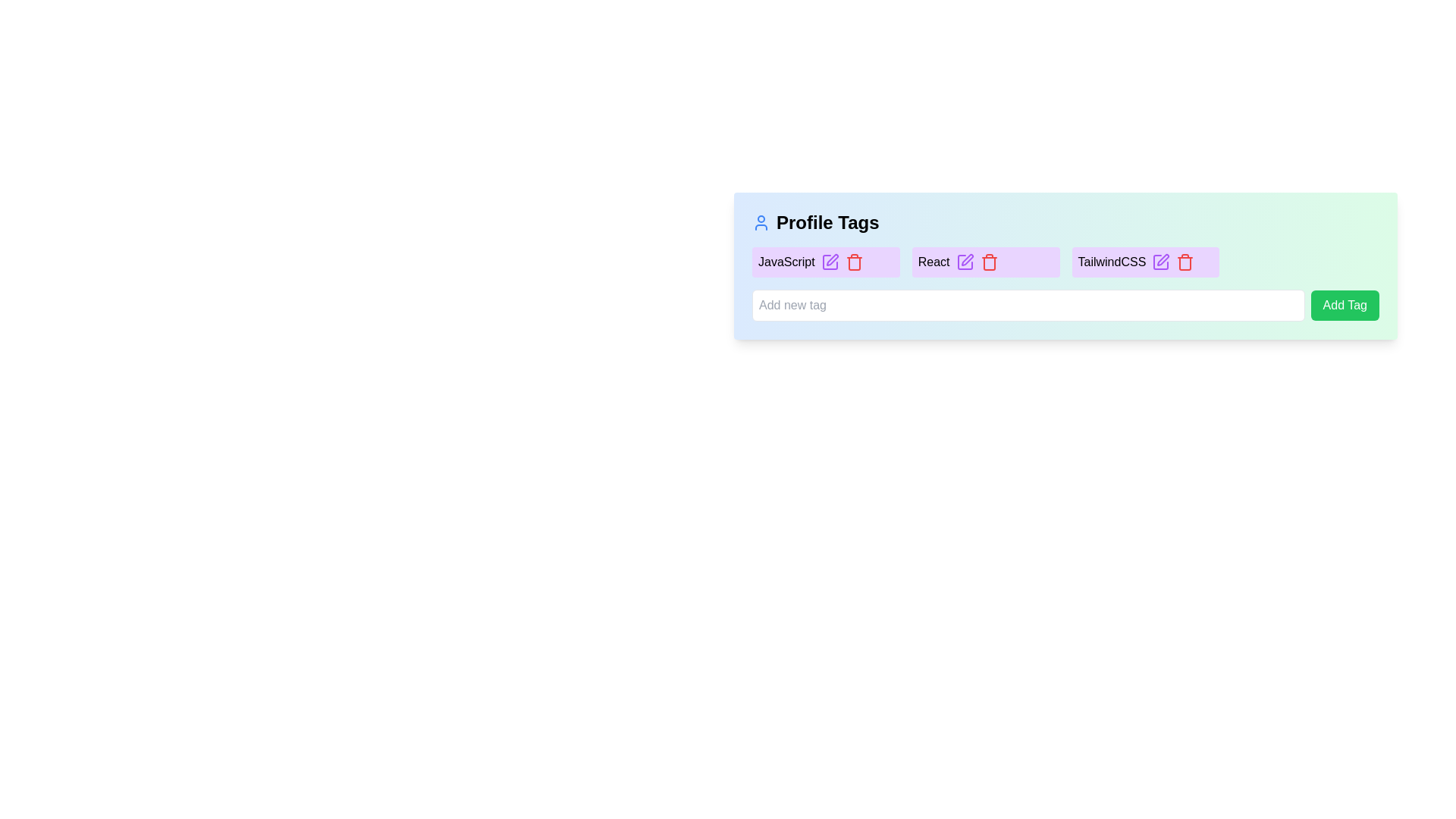 Image resolution: width=1456 pixels, height=819 pixels. What do you see at coordinates (761, 222) in the screenshot?
I see `the profile icon located at the top-left corner of the horizontal bar labeled 'Profile Tags'` at bounding box center [761, 222].